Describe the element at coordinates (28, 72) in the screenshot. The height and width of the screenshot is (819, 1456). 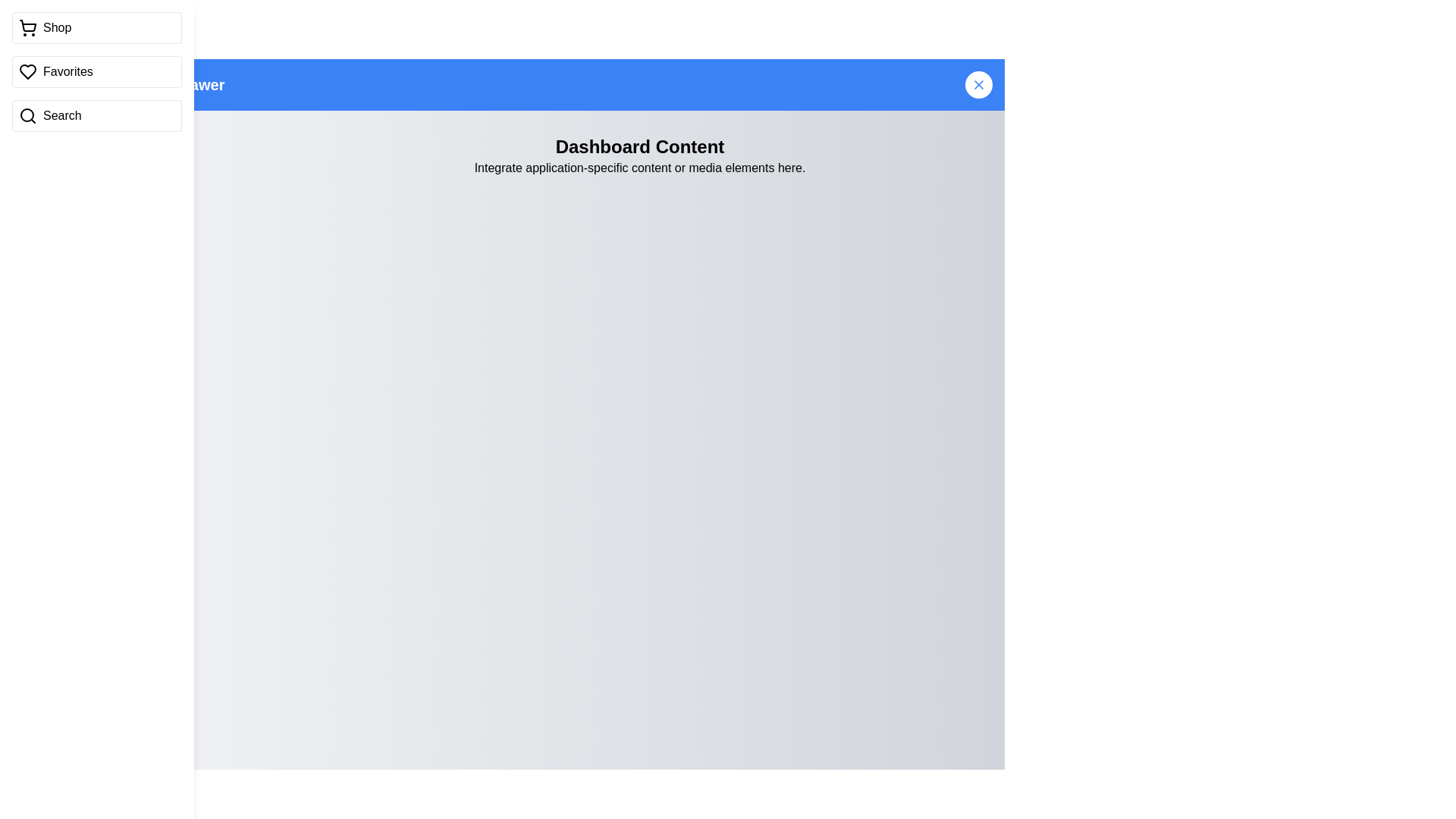
I see `the Favorites icon in the sidebar menu` at that location.